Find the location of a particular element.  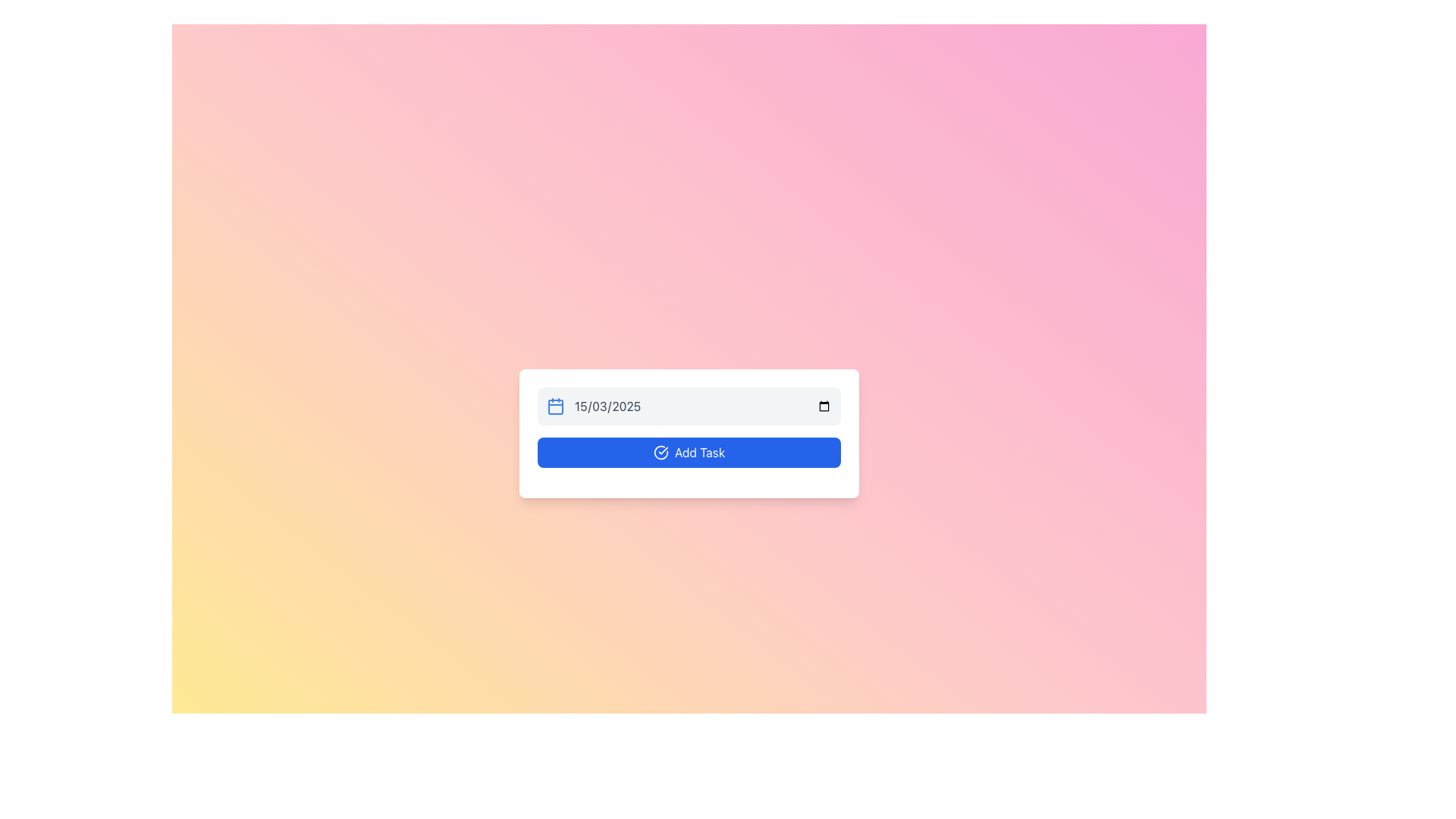

the date selection icon located to the left of the date input field is located at coordinates (555, 406).